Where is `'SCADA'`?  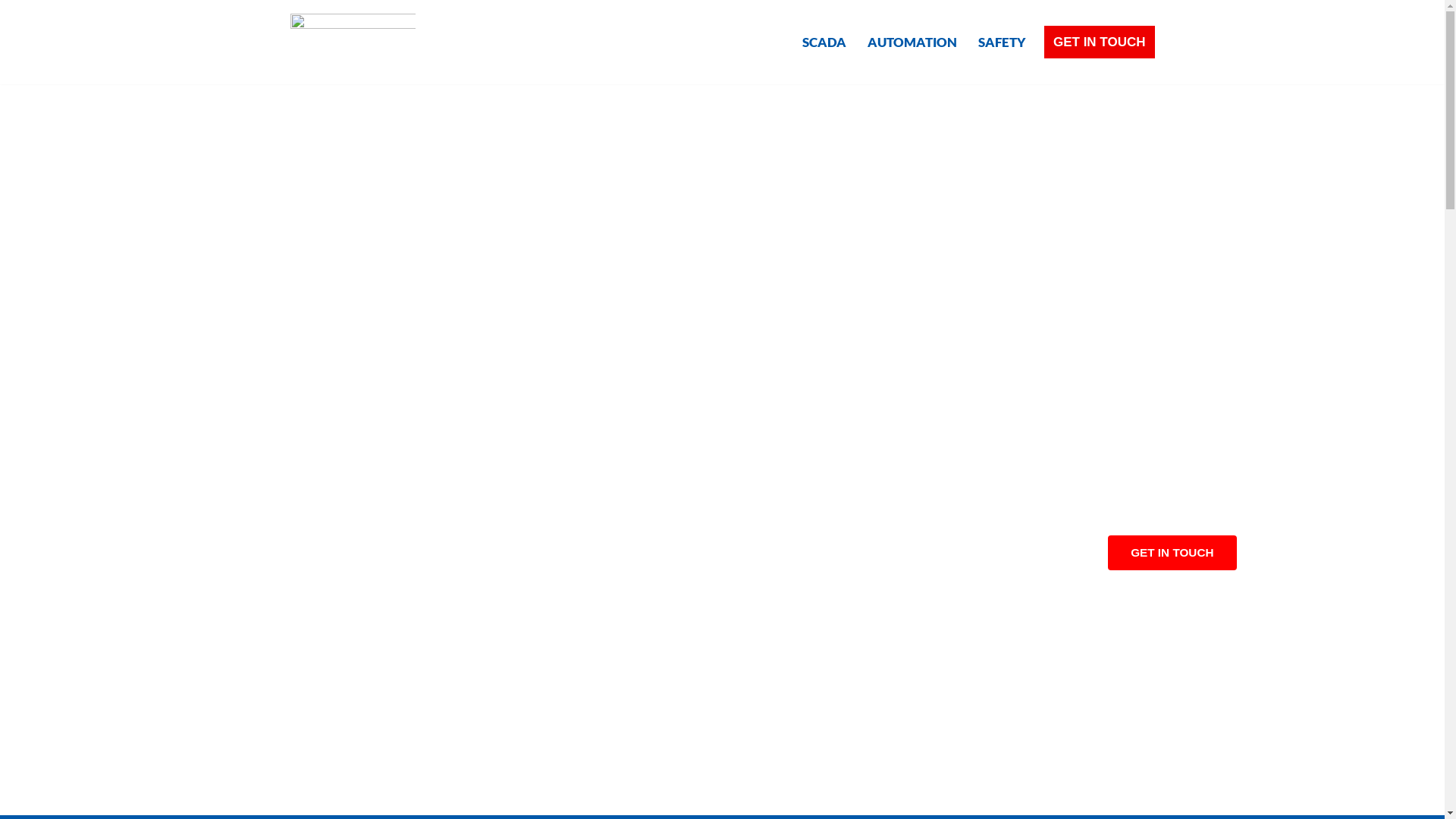 'SCADA' is located at coordinates (823, 40).